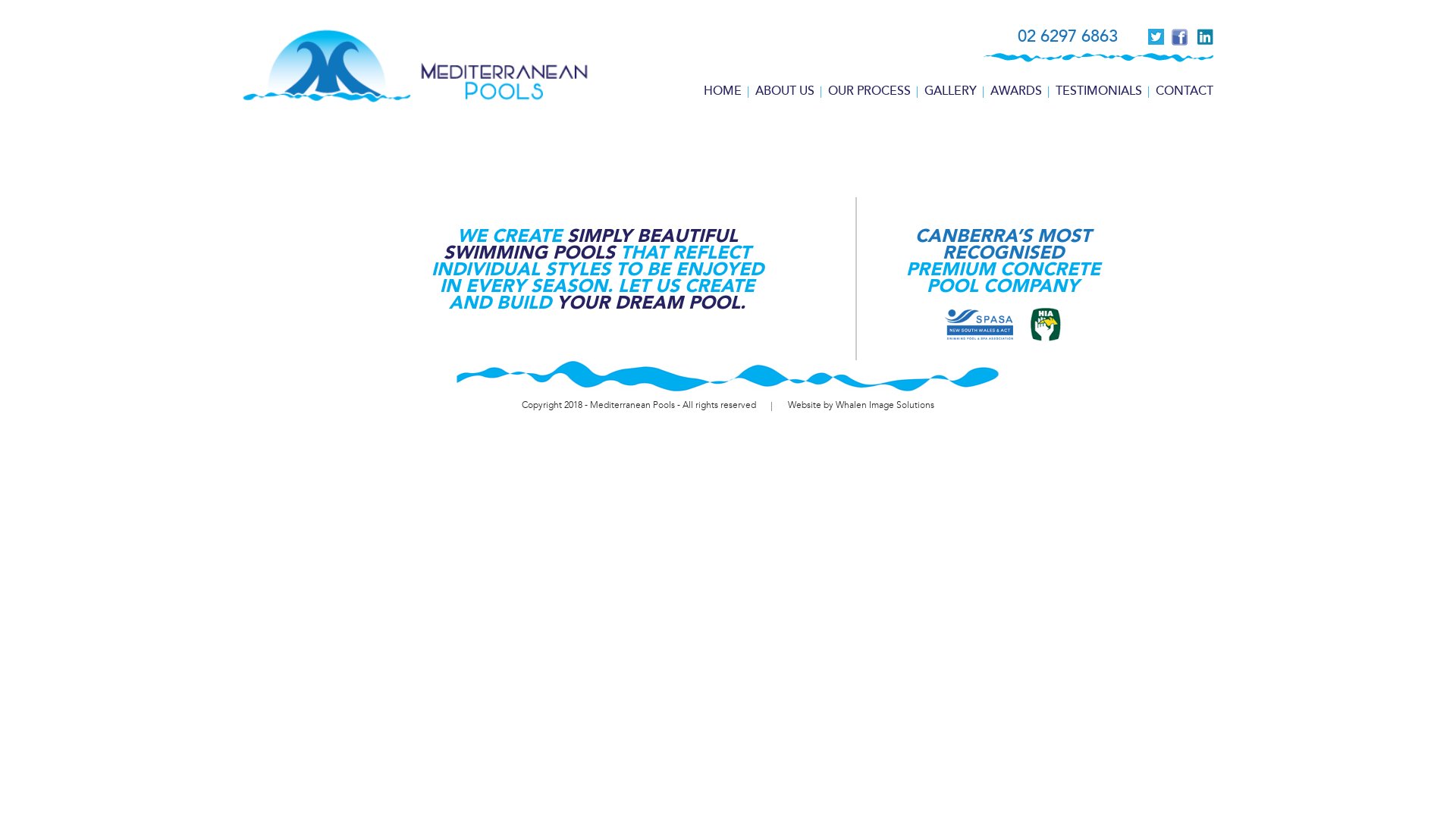 The width and height of the screenshot is (1456, 819). What do you see at coordinates (1066, 36) in the screenshot?
I see `'02 6297 6863'` at bounding box center [1066, 36].